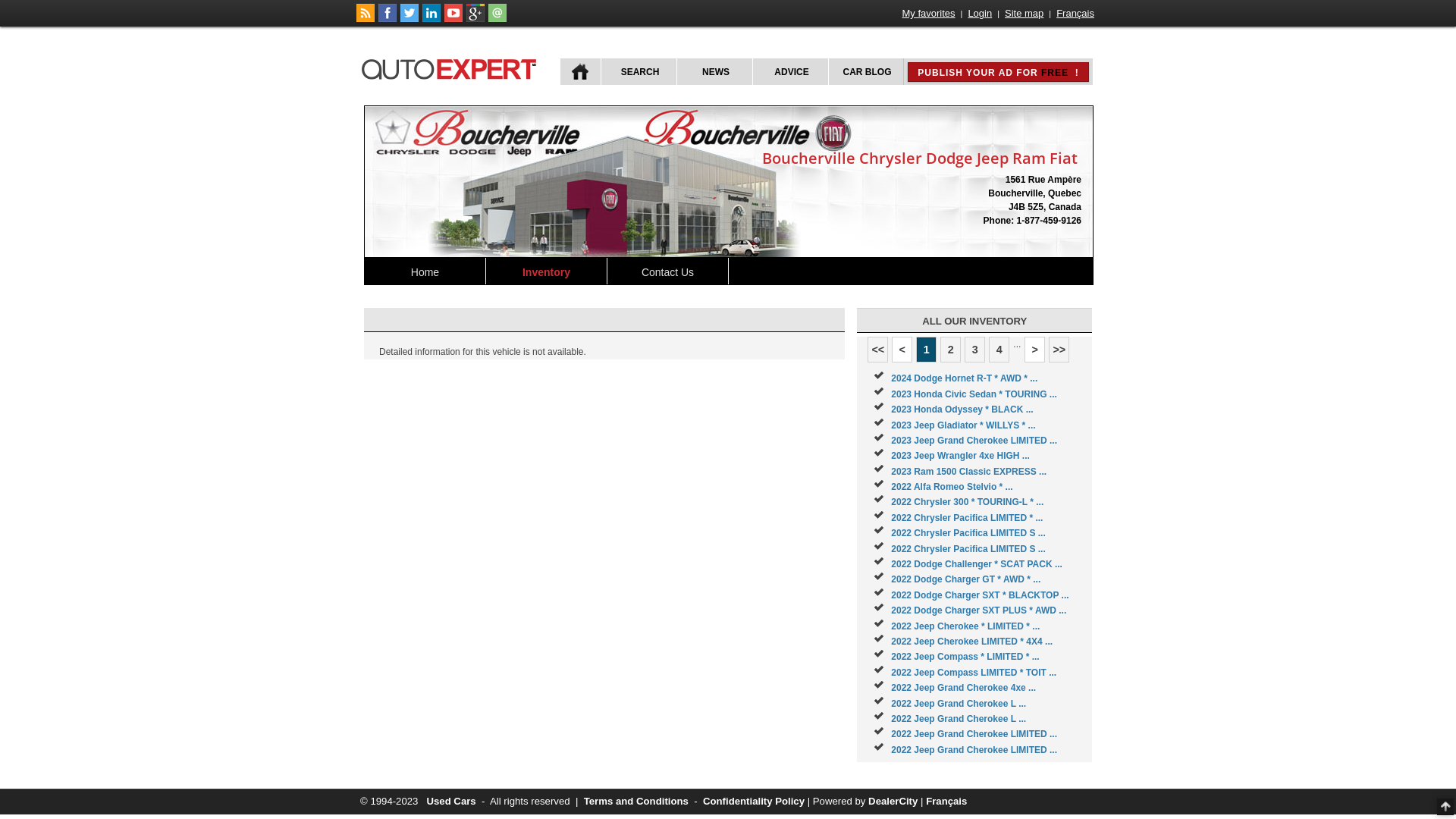 Image resolution: width=1456 pixels, height=819 pixels. I want to click on '1', so click(925, 350).